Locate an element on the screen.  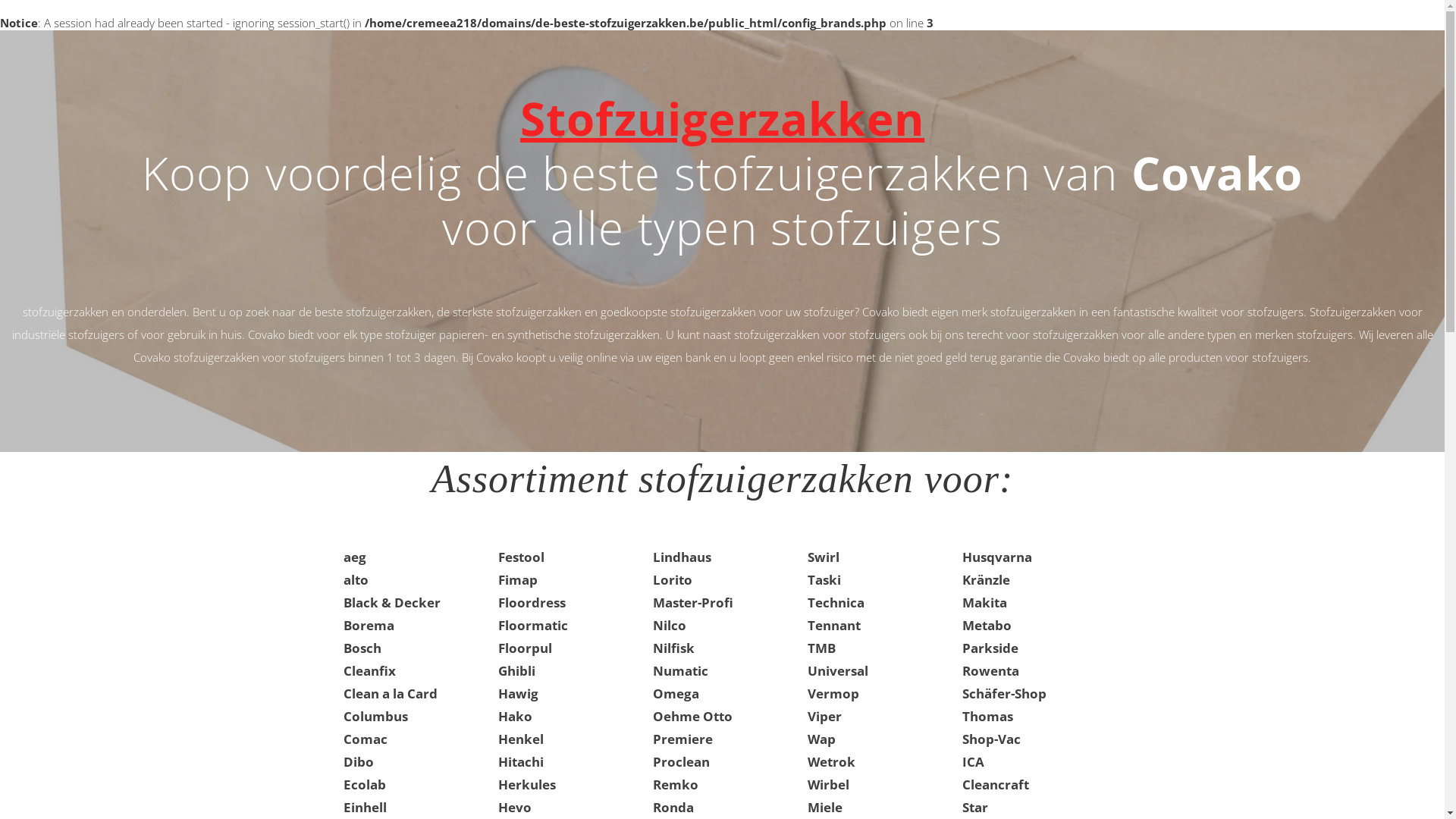
'Wap' is located at coordinates (820, 738).